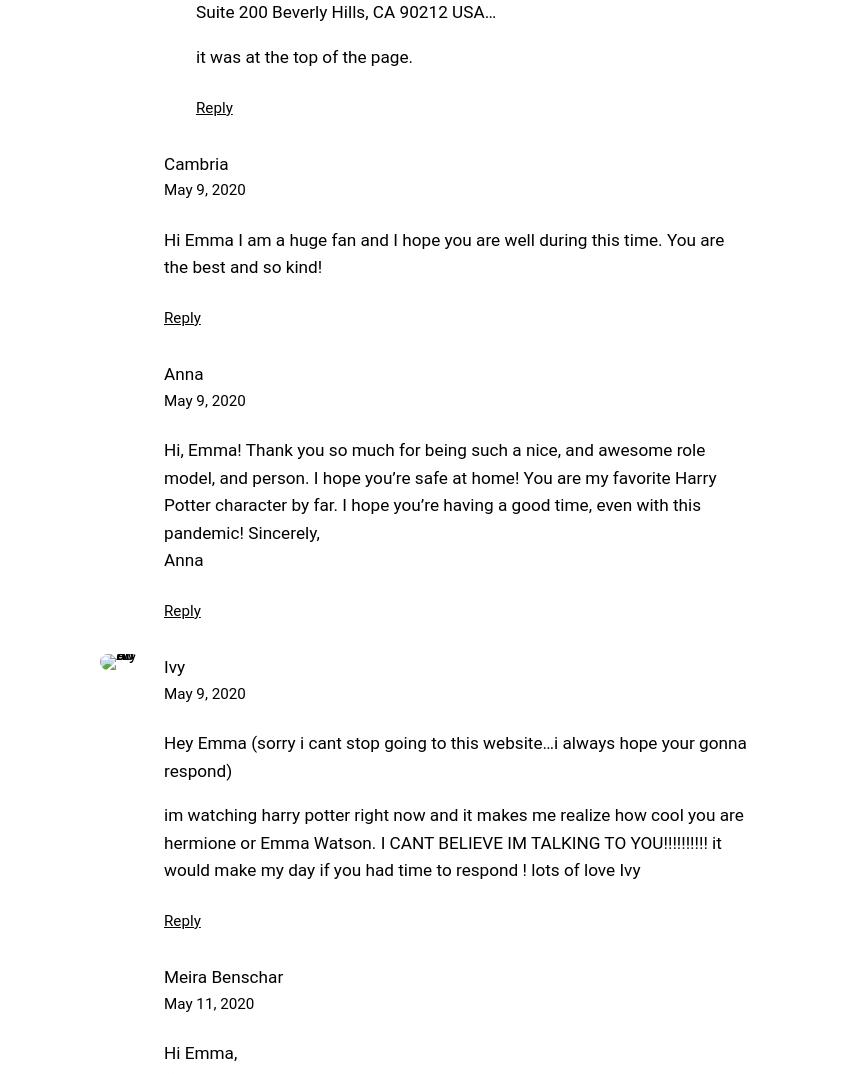  What do you see at coordinates (223, 976) in the screenshot?
I see `'Meira Benschar'` at bounding box center [223, 976].